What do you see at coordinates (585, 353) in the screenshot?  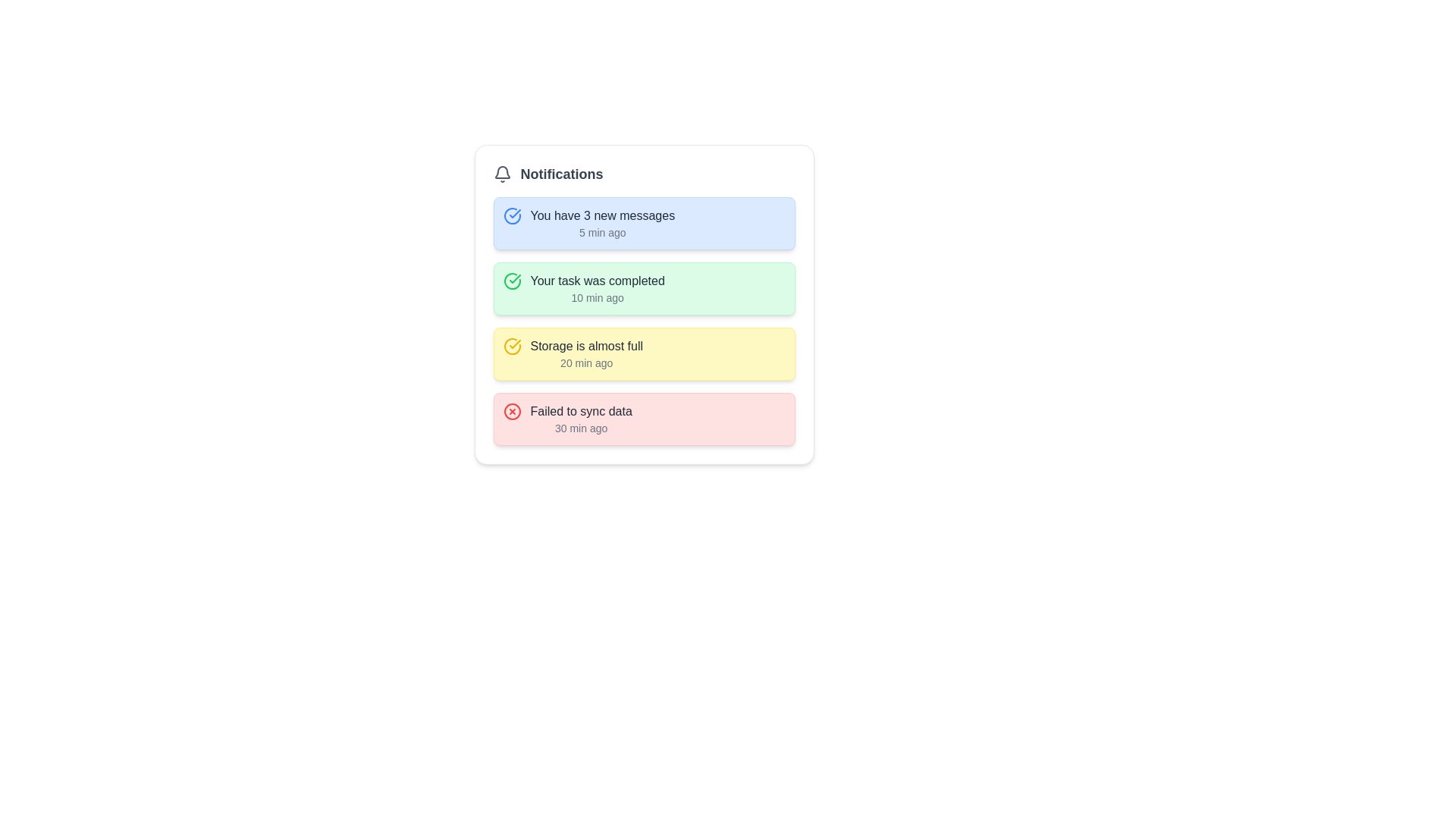 I see `the third notification item` at bounding box center [585, 353].